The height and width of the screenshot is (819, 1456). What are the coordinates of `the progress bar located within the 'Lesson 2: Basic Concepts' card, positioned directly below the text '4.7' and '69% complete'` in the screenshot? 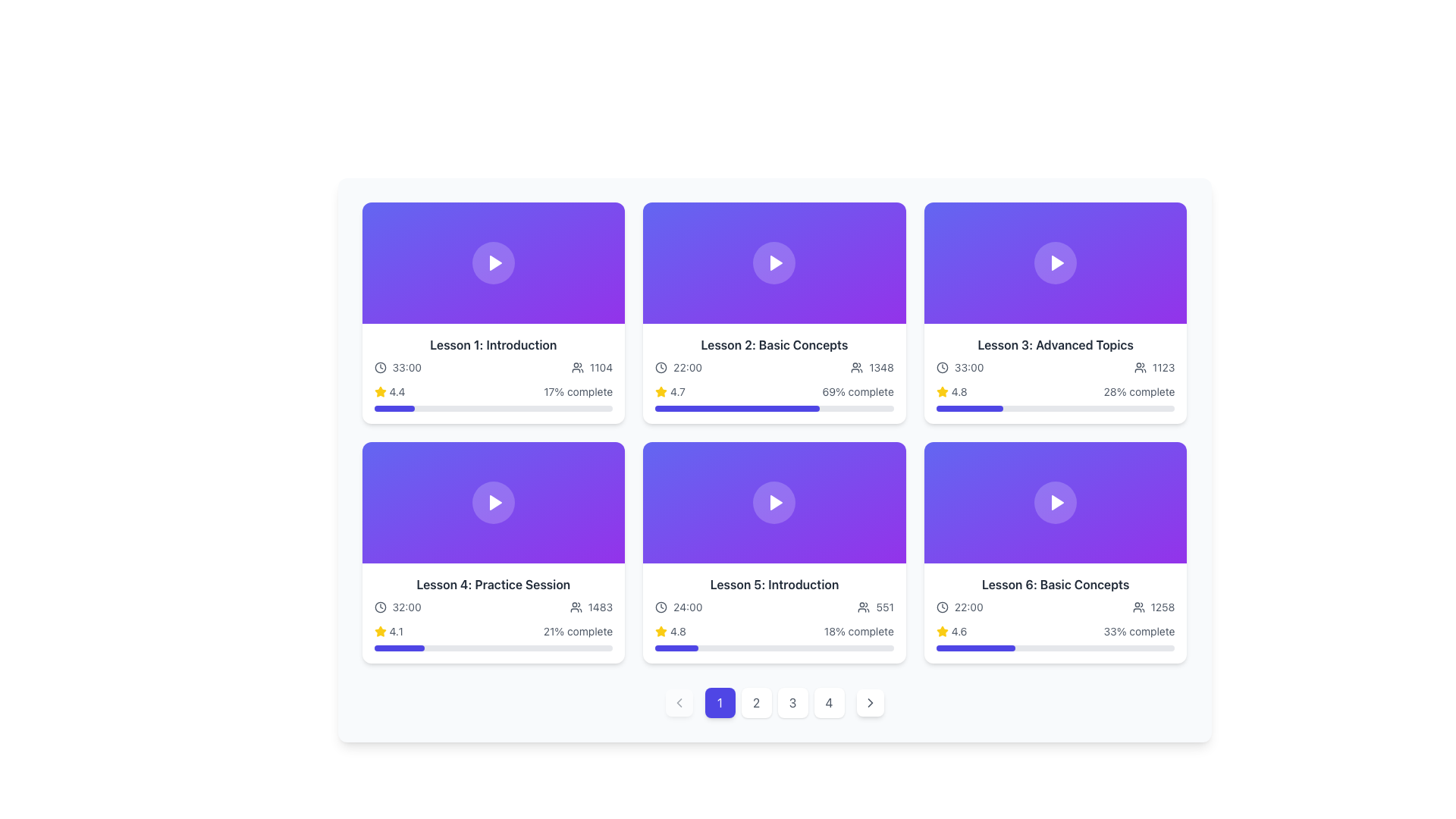 It's located at (737, 408).